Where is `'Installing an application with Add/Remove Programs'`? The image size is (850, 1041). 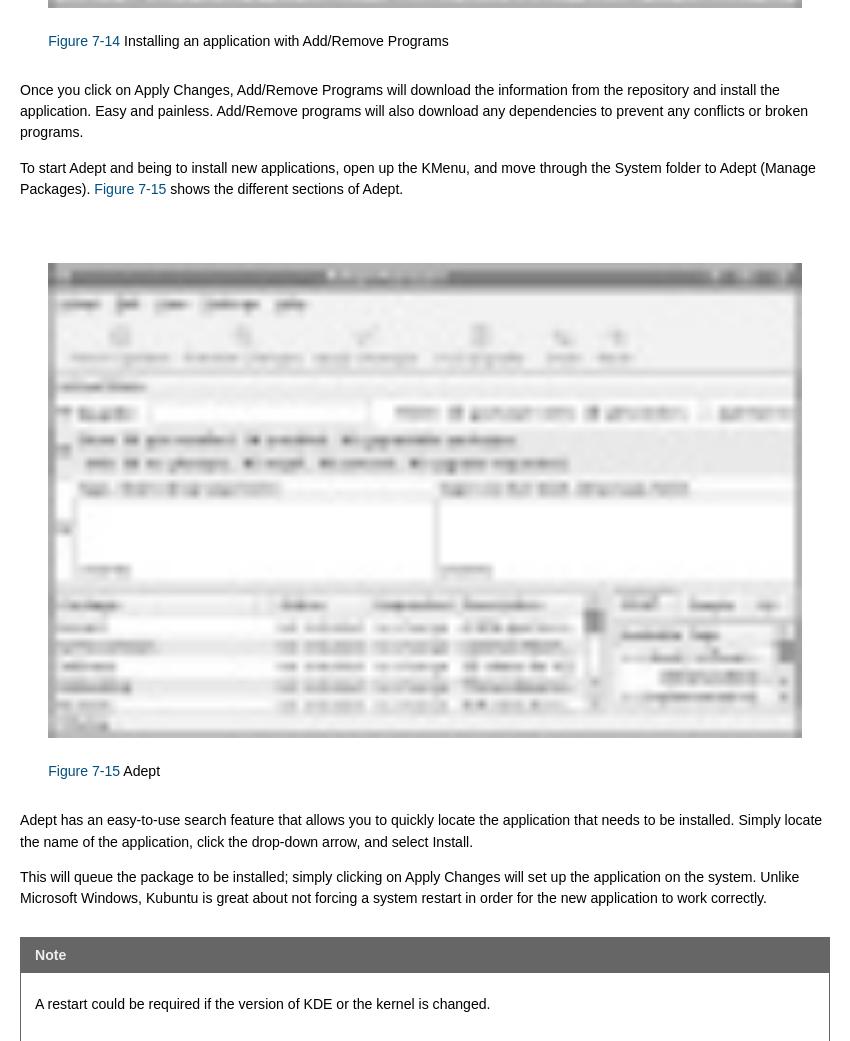
'Installing an application with Add/Remove Programs' is located at coordinates (282, 38).